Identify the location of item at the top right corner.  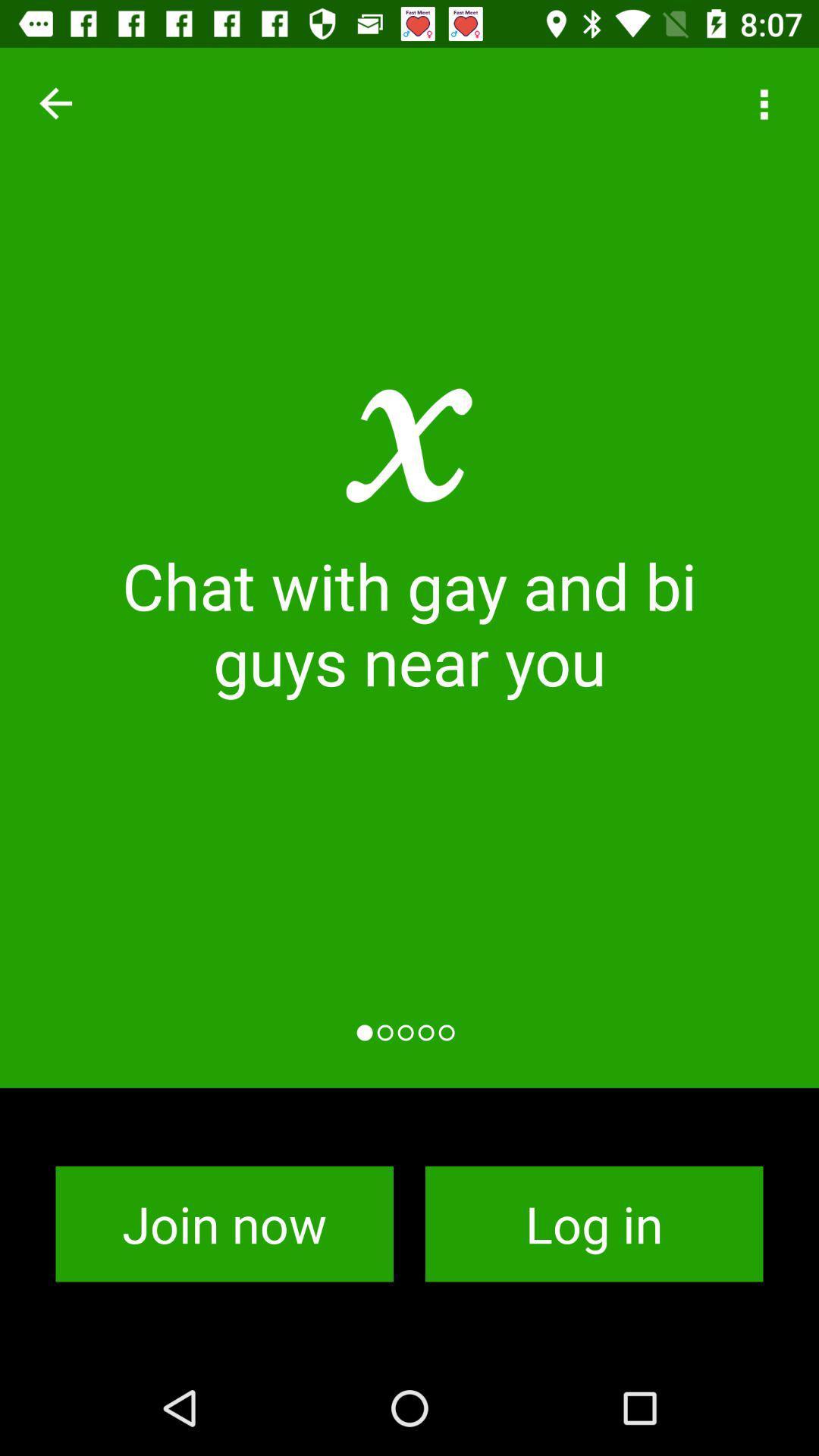
(763, 102).